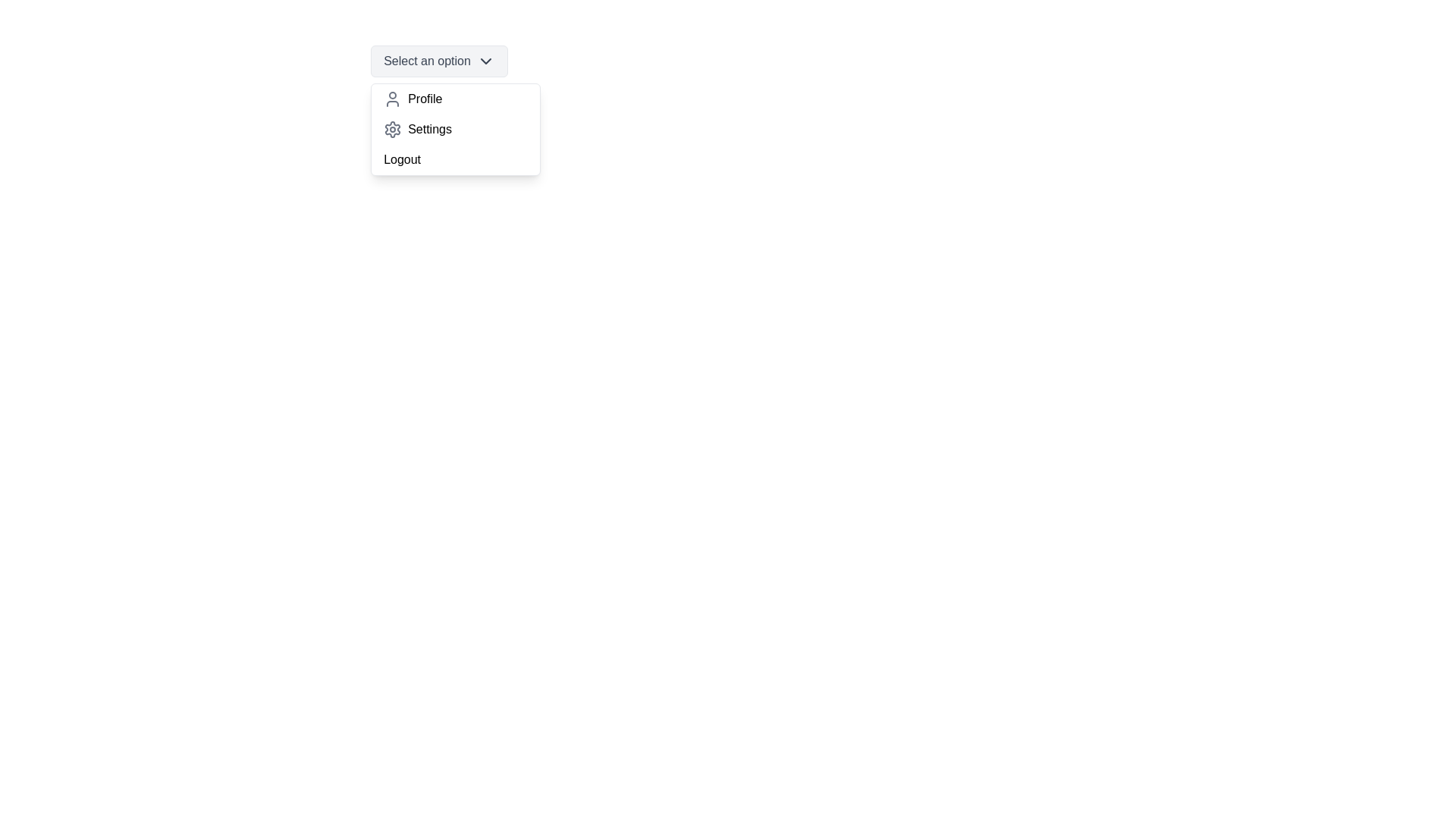 The image size is (1456, 819). What do you see at coordinates (393, 128) in the screenshot?
I see `the icon of the option Settings in the dropdown menu` at bounding box center [393, 128].